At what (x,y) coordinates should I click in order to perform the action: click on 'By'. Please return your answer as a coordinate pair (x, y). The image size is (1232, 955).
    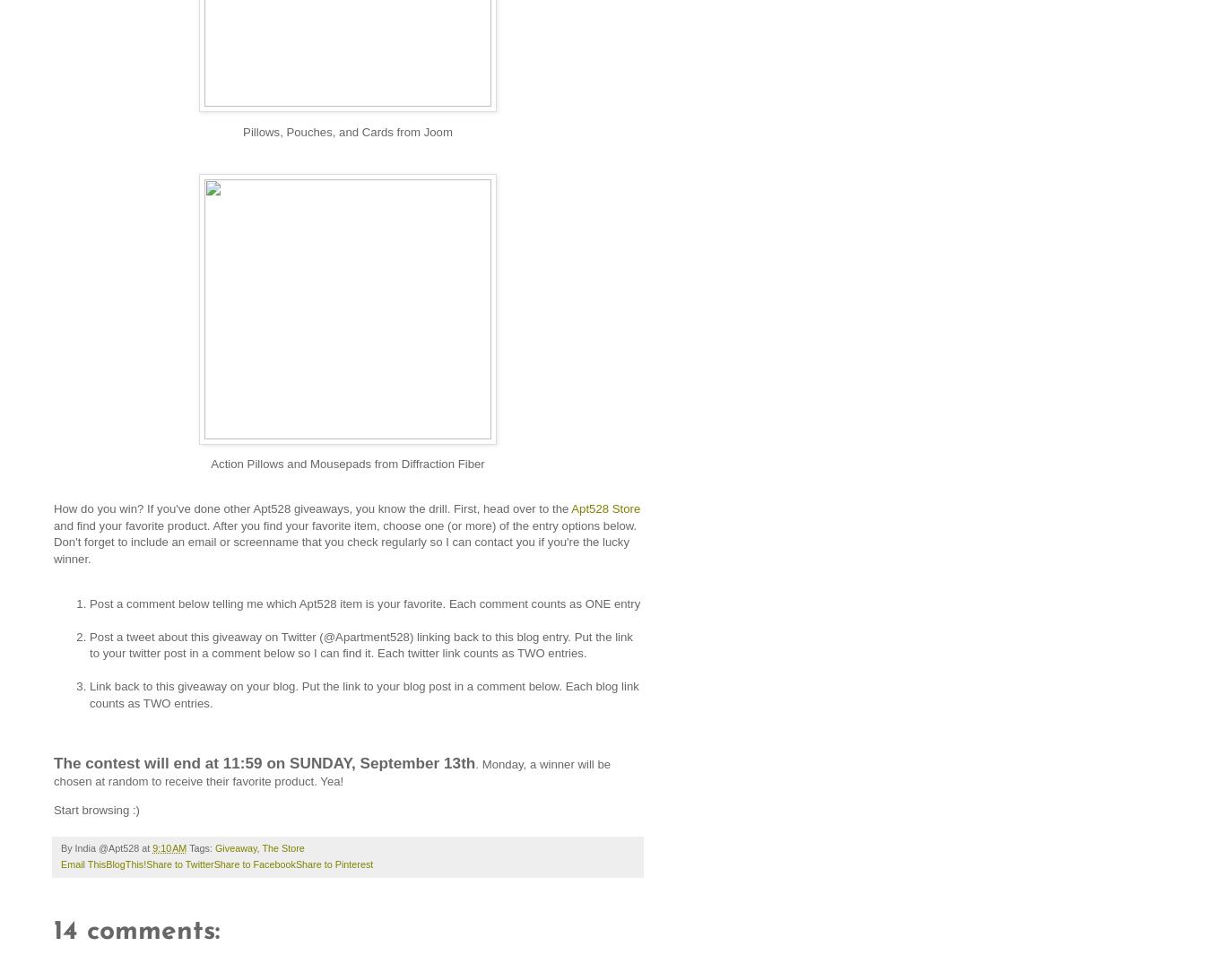
    Looking at the image, I should click on (66, 848).